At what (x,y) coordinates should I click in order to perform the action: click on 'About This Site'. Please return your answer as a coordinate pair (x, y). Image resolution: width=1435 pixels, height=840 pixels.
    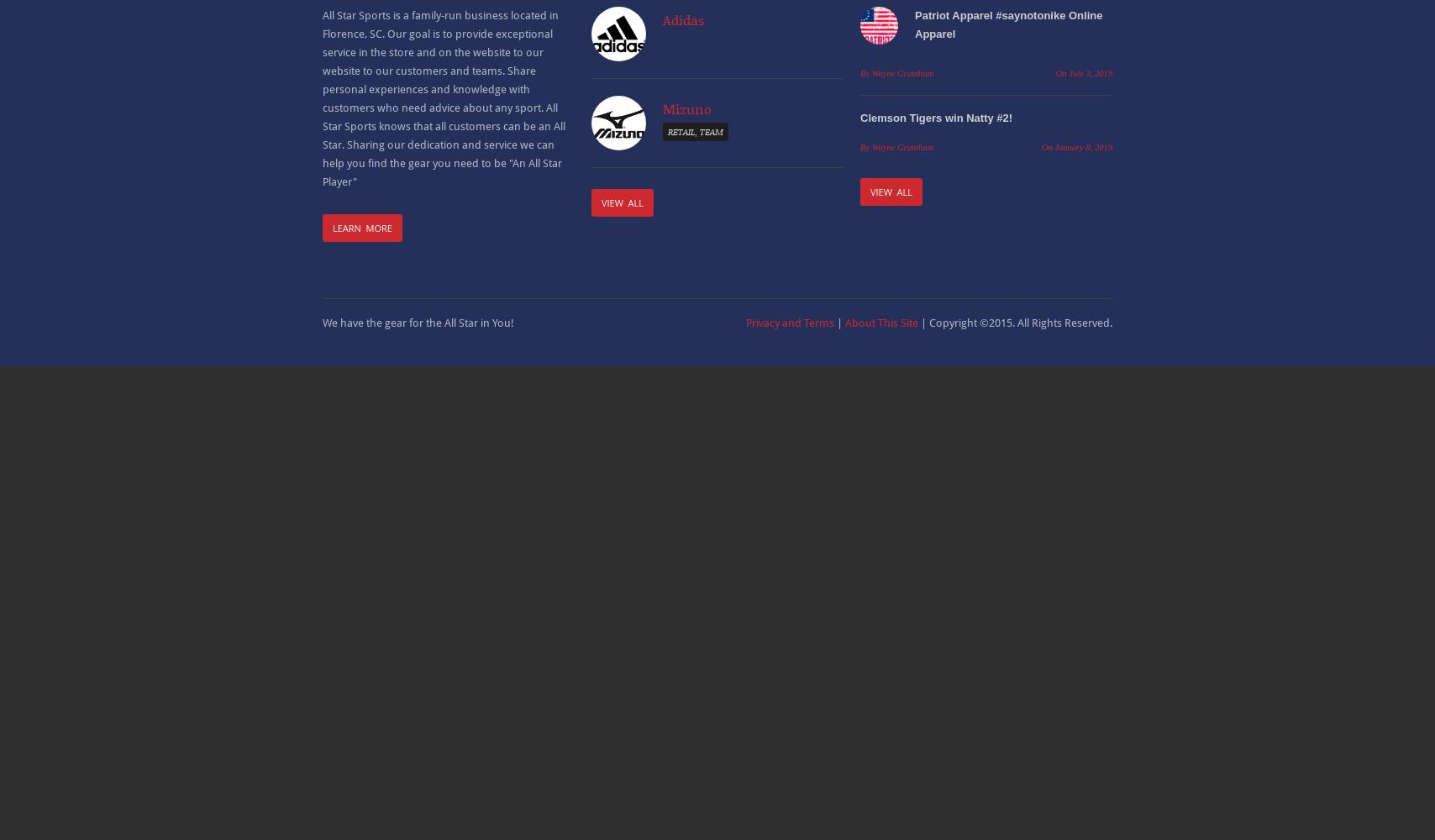
    Looking at the image, I should click on (881, 323).